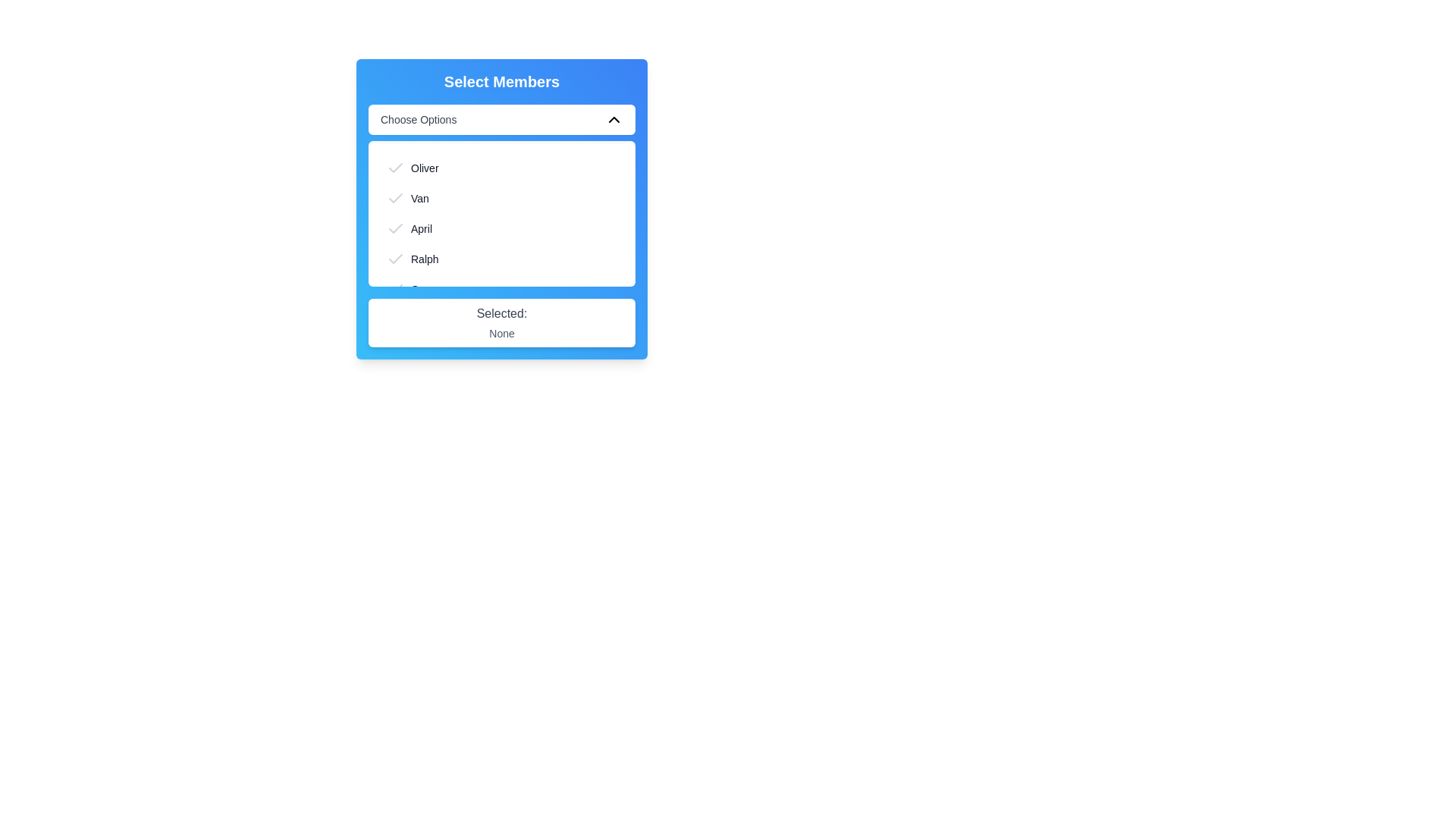 The width and height of the screenshot is (1456, 819). Describe the element at coordinates (422, 228) in the screenshot. I see `the text label 'April' which identifies a selectable option` at that location.